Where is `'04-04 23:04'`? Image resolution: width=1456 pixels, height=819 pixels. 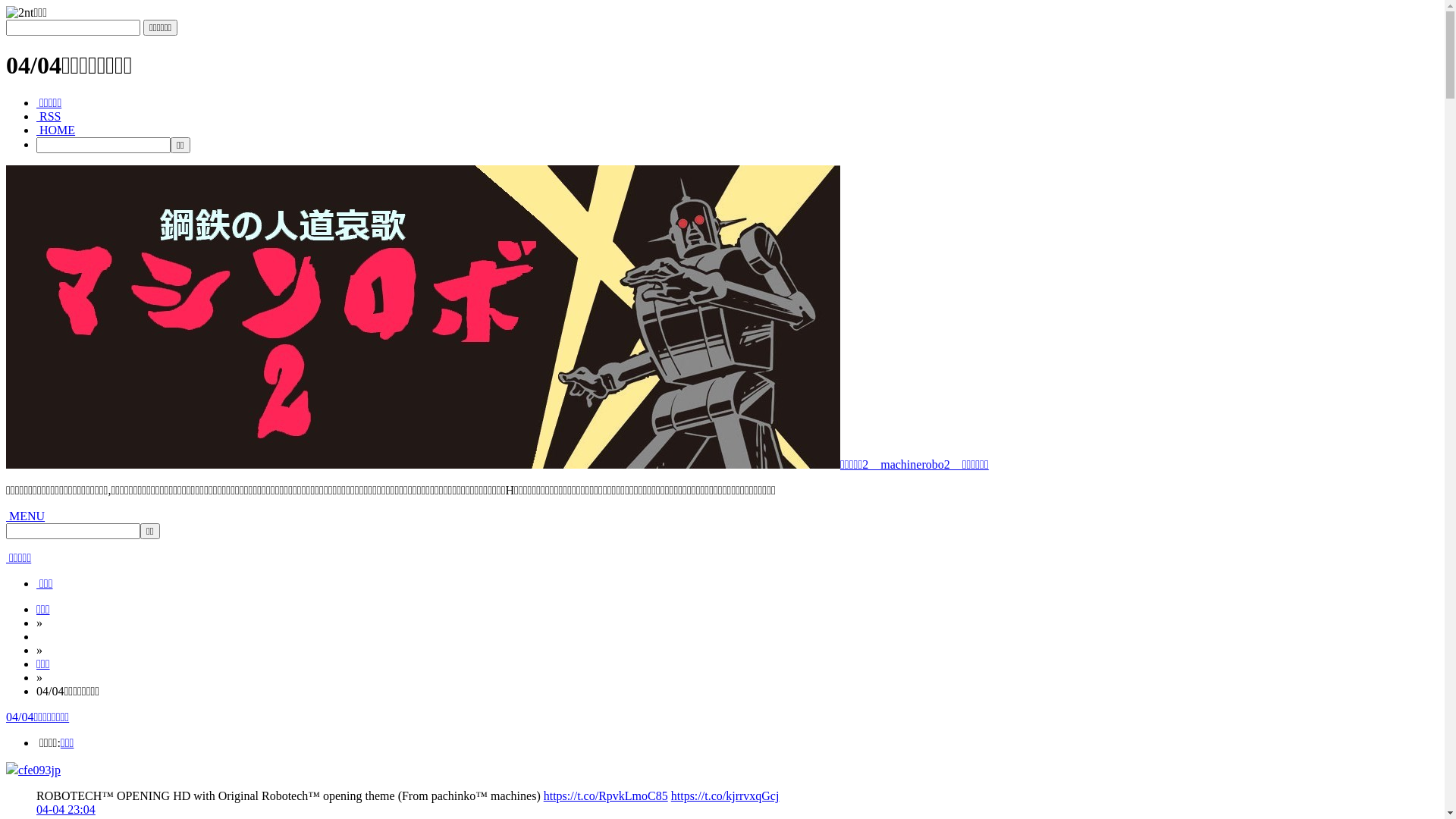
'04-04 23:04' is located at coordinates (64, 808).